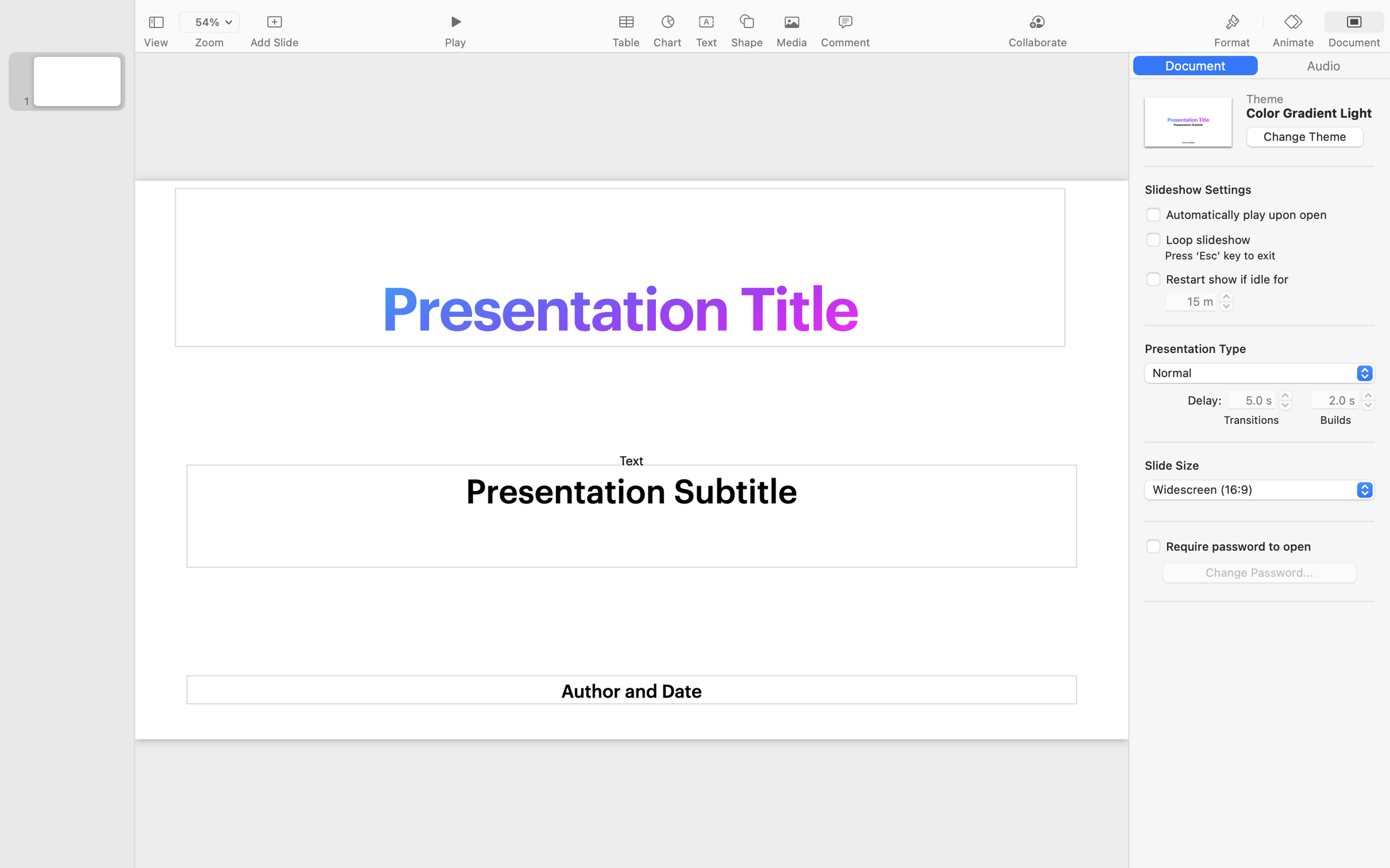  What do you see at coordinates (1368, 400) in the screenshot?
I see `'2.0'` at bounding box center [1368, 400].